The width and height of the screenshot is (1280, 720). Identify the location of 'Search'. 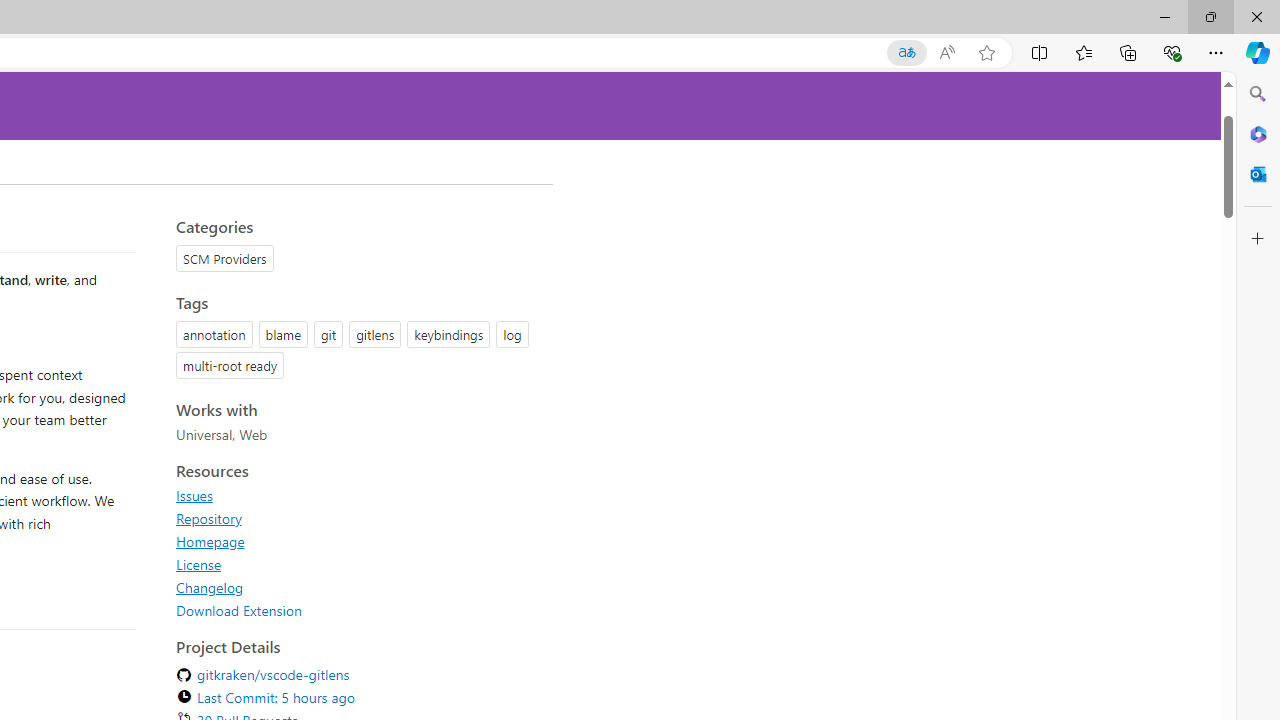
(1257, 94).